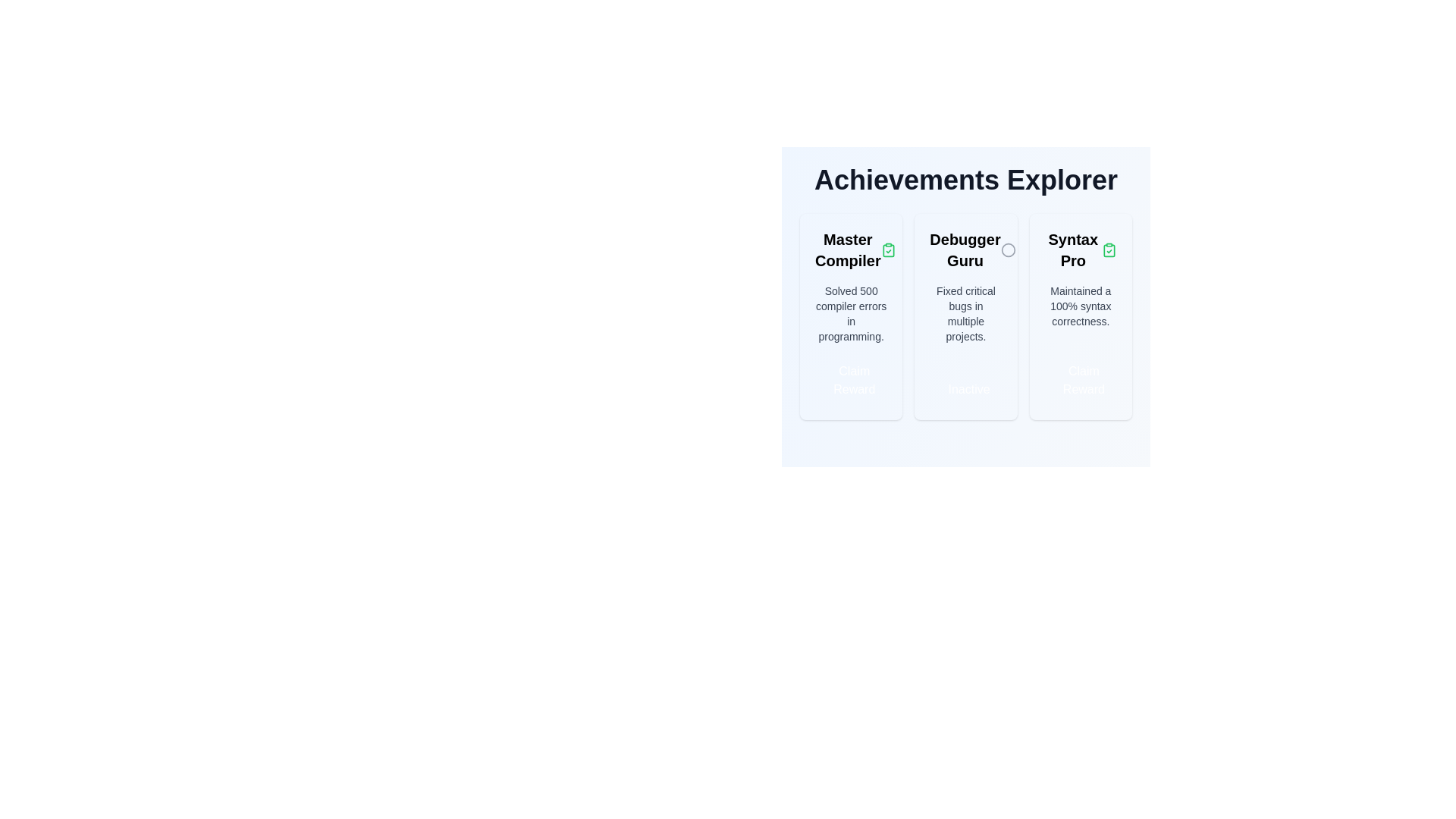  What do you see at coordinates (965, 298) in the screenshot?
I see `the 'Inactive' button on the second Interactive Card representing debugging achievements in the Achievements Explorer section` at bounding box center [965, 298].